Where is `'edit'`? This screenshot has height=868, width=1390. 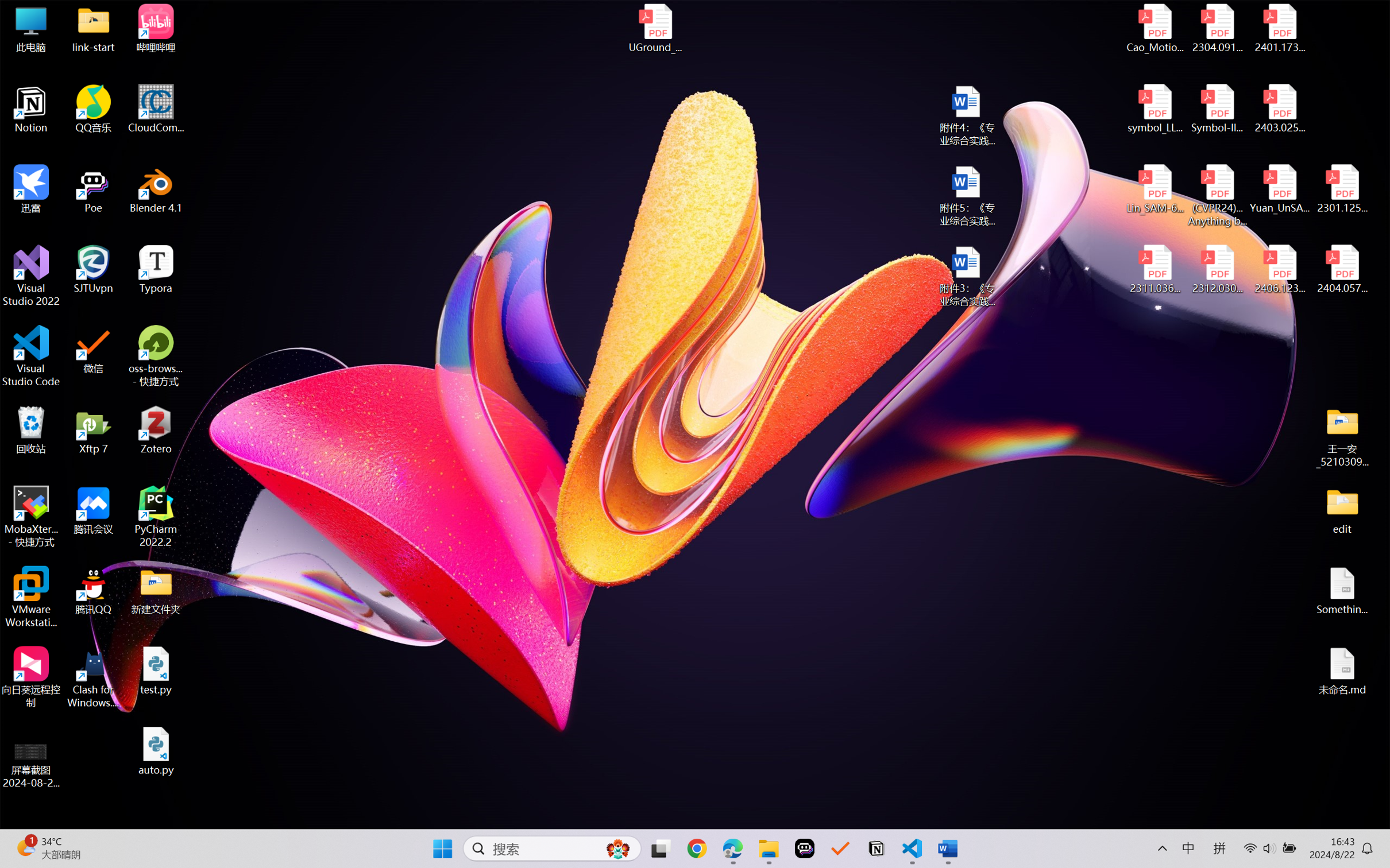
'edit' is located at coordinates (1341, 509).